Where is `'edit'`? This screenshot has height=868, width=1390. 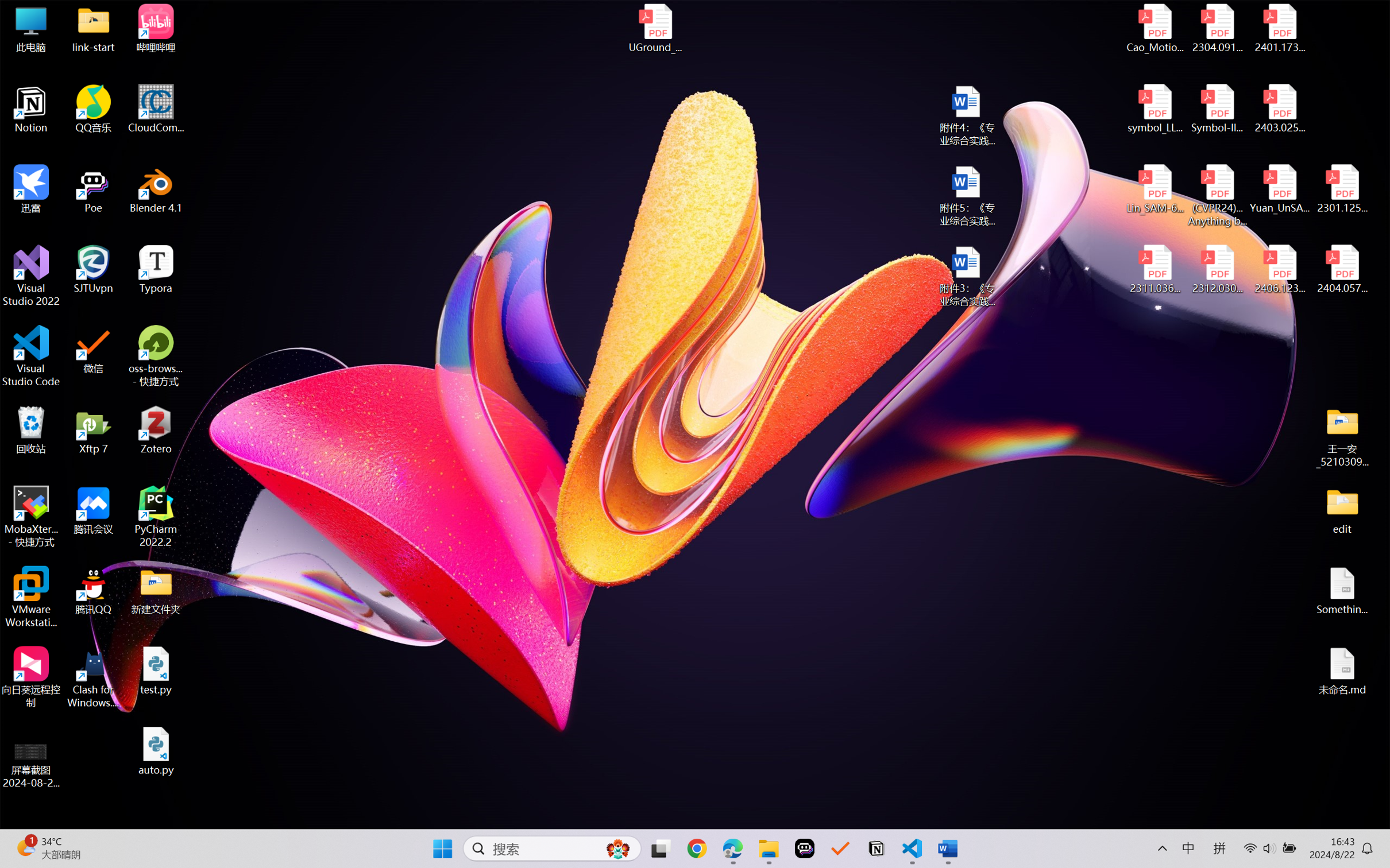
'edit' is located at coordinates (1341, 509).